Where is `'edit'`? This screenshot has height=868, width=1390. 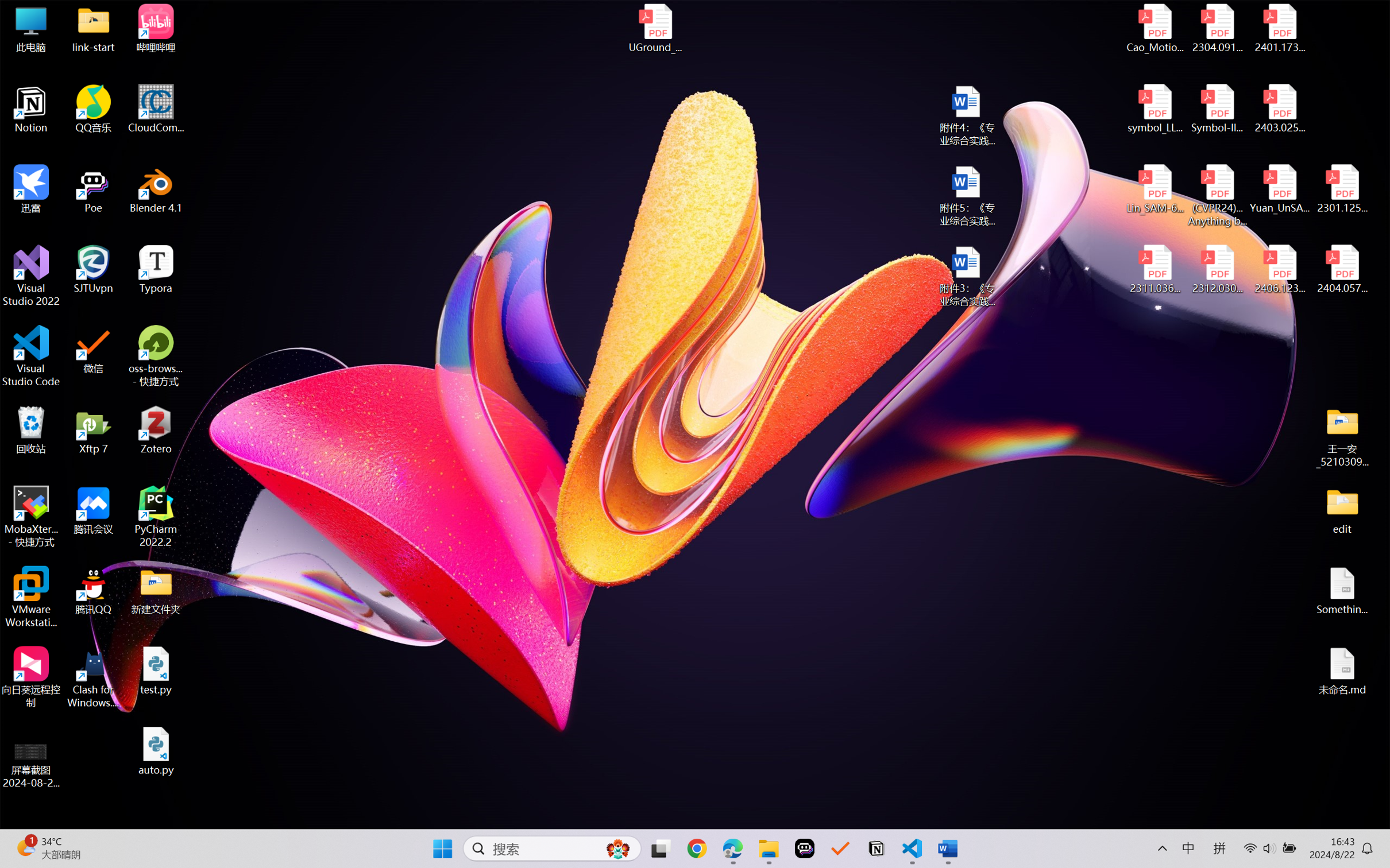
'edit' is located at coordinates (1341, 509).